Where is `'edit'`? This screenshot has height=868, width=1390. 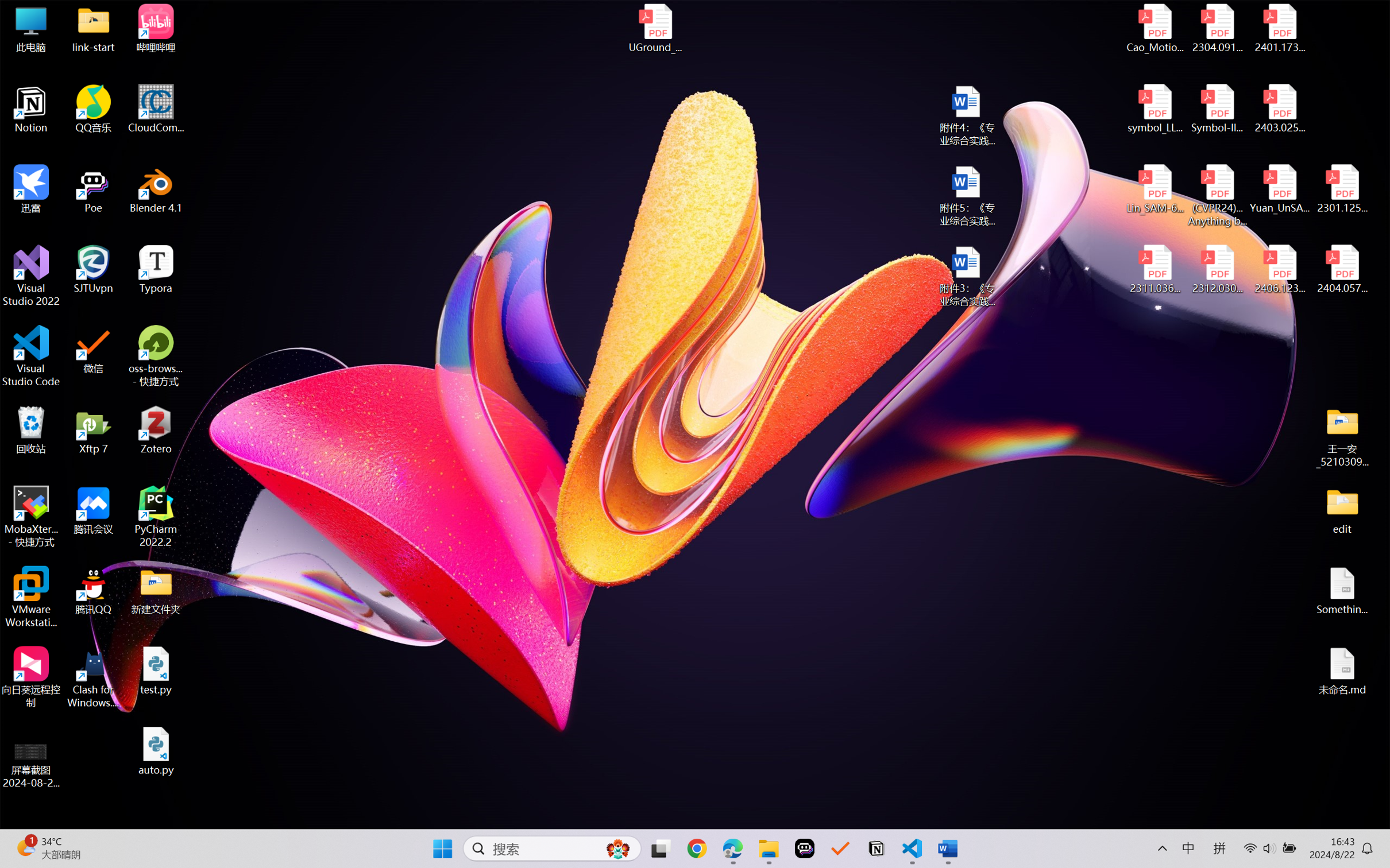
'edit' is located at coordinates (1341, 509).